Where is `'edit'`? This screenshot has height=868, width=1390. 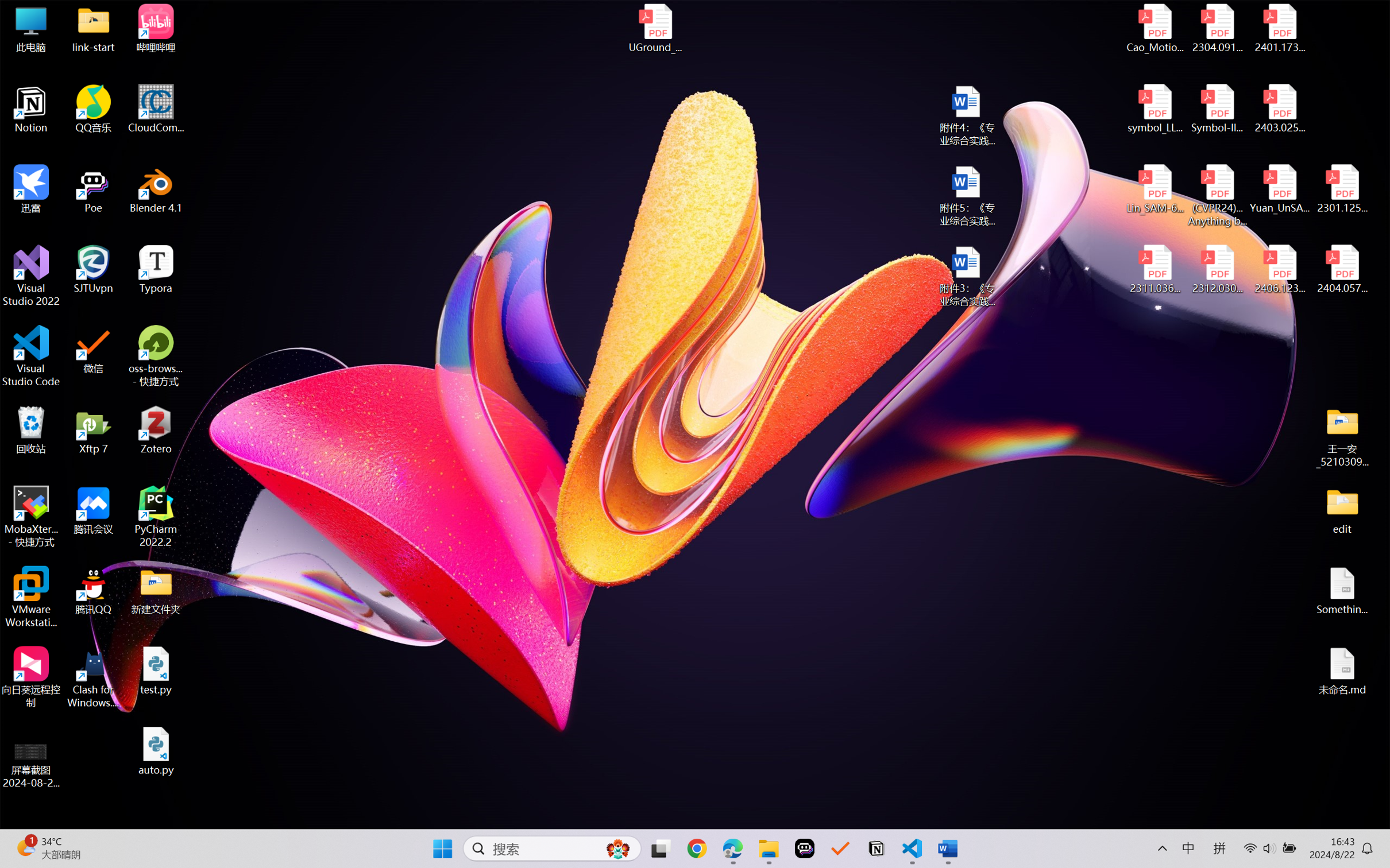
'edit' is located at coordinates (1341, 509).